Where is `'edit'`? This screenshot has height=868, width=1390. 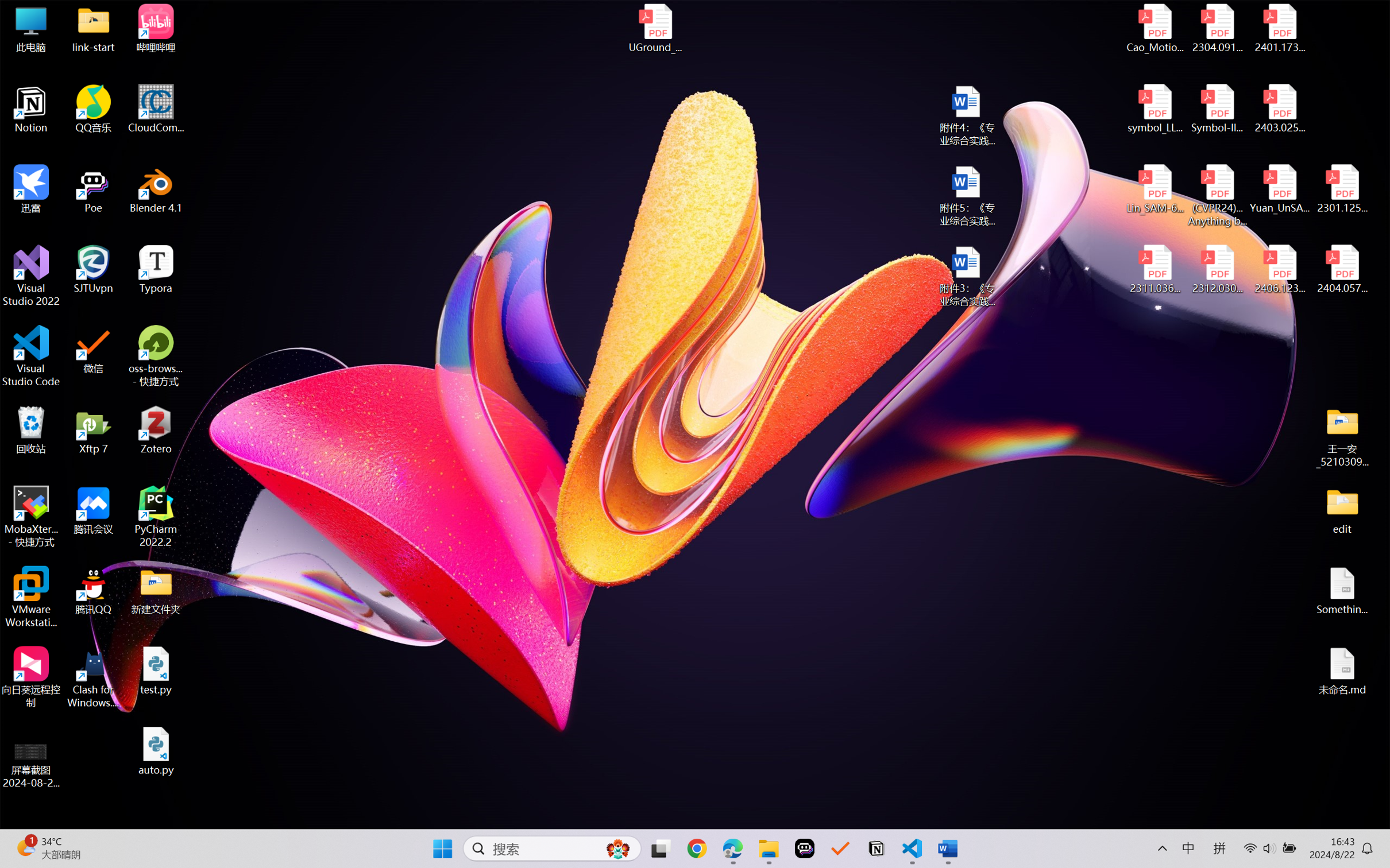
'edit' is located at coordinates (1341, 509).